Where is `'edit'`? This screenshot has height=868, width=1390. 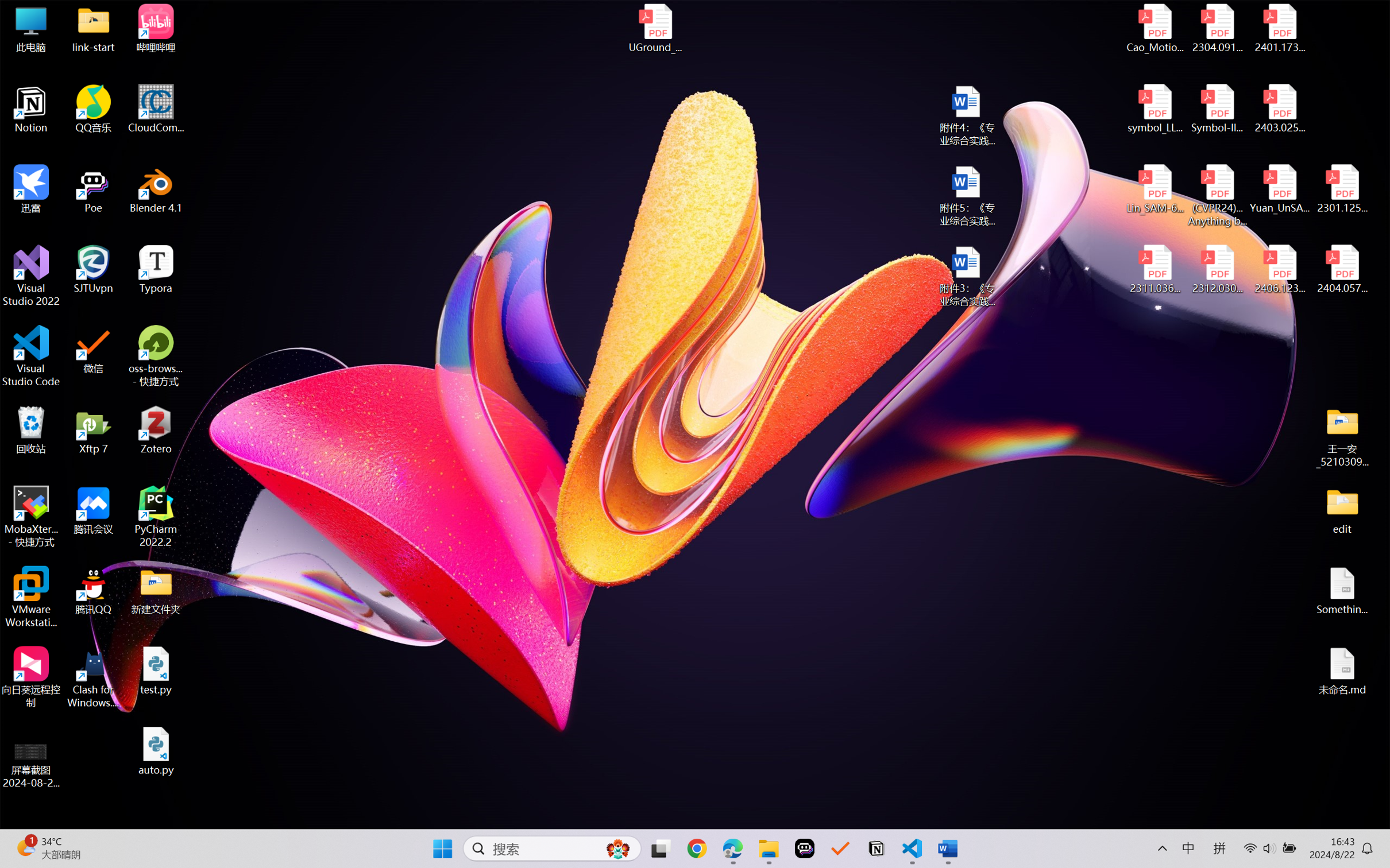
'edit' is located at coordinates (1341, 509).